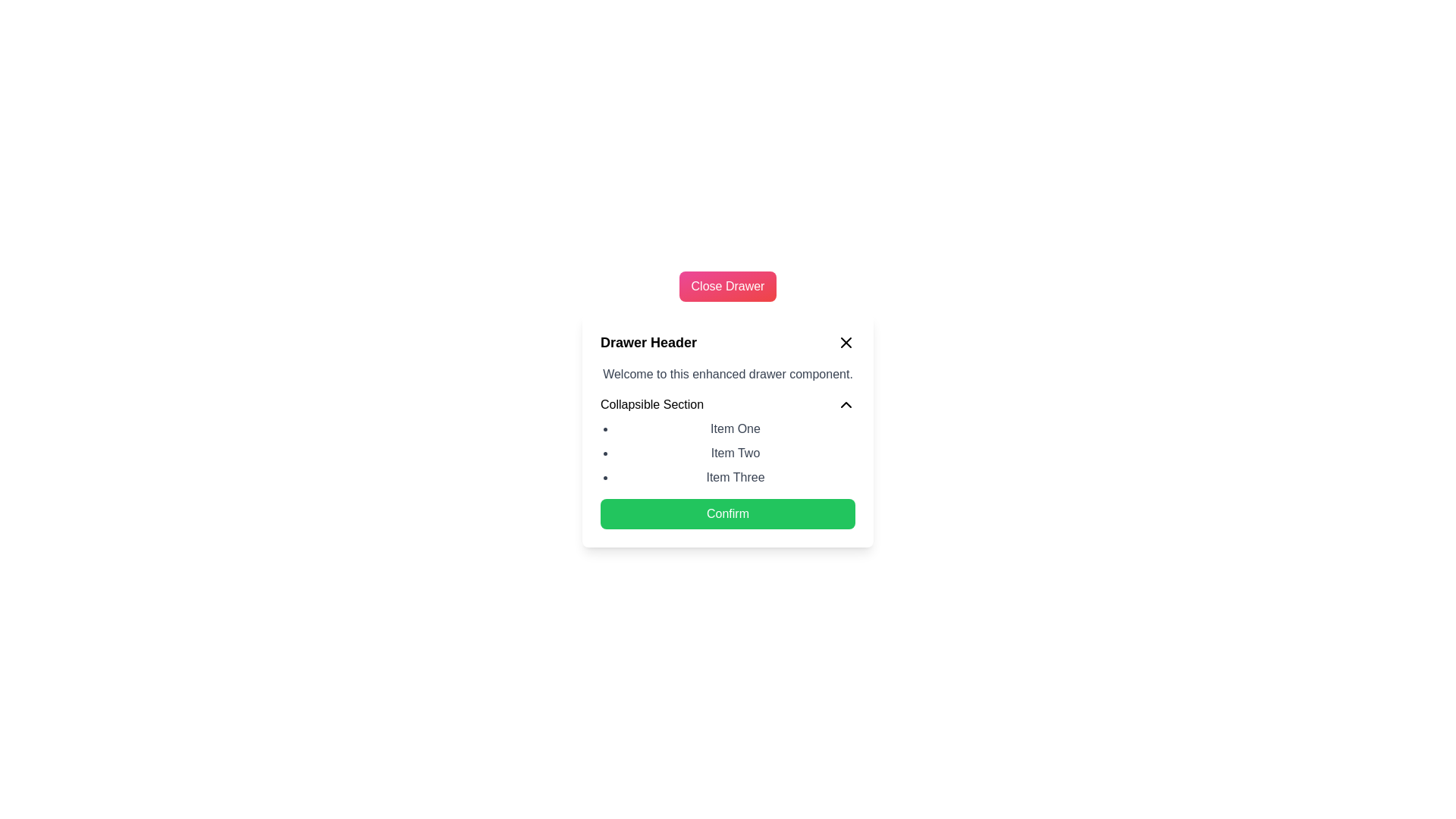 The width and height of the screenshot is (1456, 819). What do you see at coordinates (728, 374) in the screenshot?
I see `text label that says 'Welcome to this enhanced drawer component.' which is styled in a medium-sized sans-serif font and positioned within a card layout, centered in a white background` at bounding box center [728, 374].